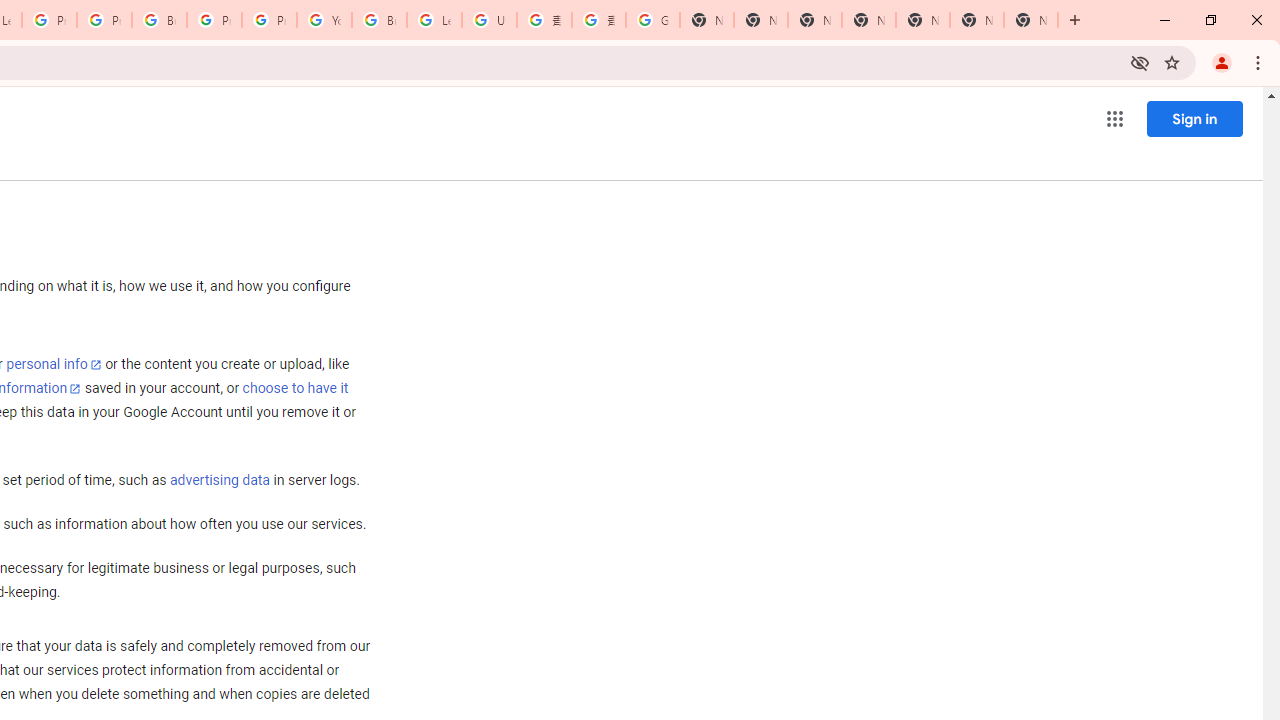 The width and height of the screenshot is (1280, 720). What do you see at coordinates (324, 20) in the screenshot?
I see `'YouTube'` at bounding box center [324, 20].